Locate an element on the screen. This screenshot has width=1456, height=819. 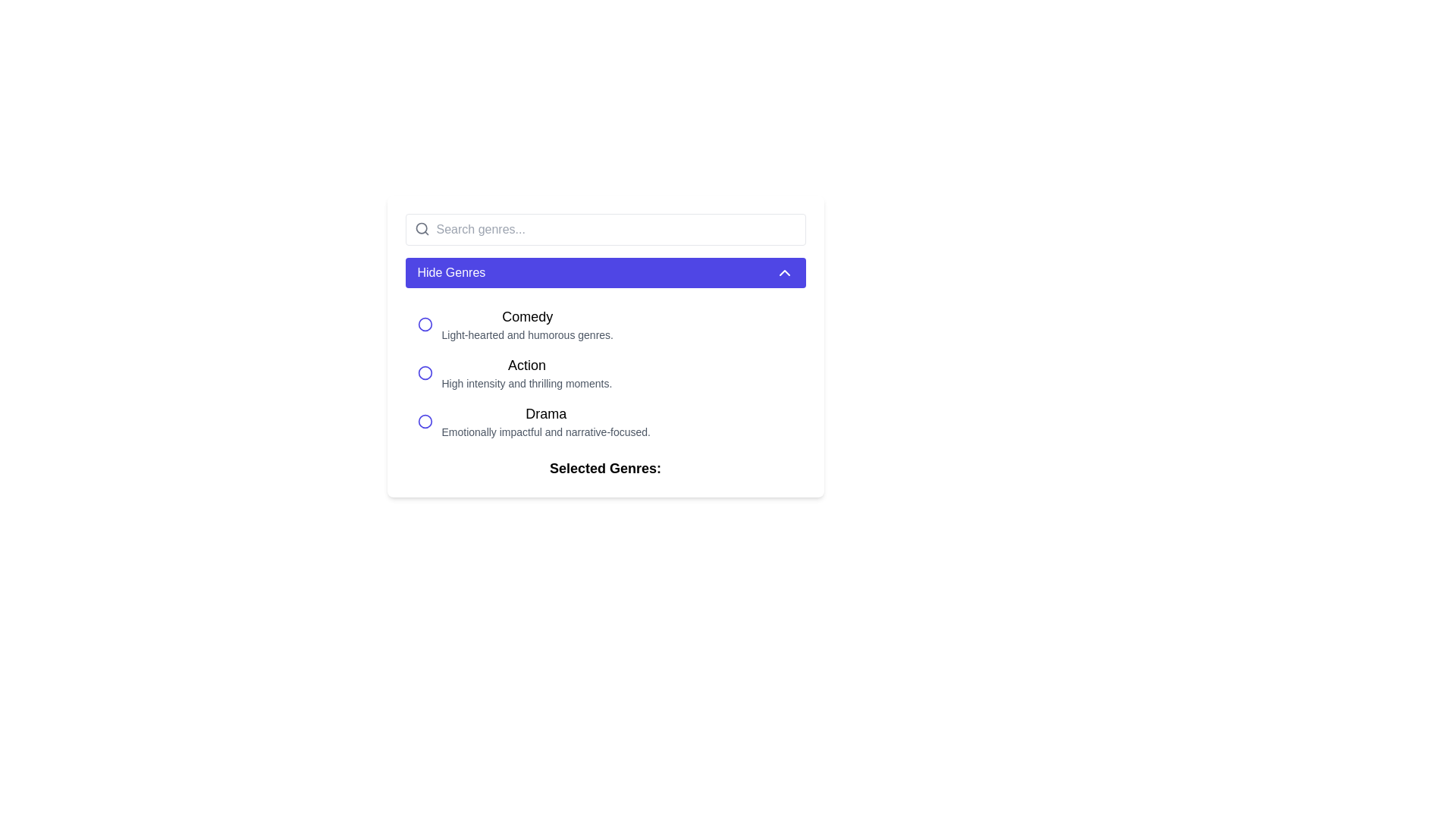
the collapse icon located at the far right of the purple 'Hide Genres' button to indicate the option to collapse the section is located at coordinates (784, 271).